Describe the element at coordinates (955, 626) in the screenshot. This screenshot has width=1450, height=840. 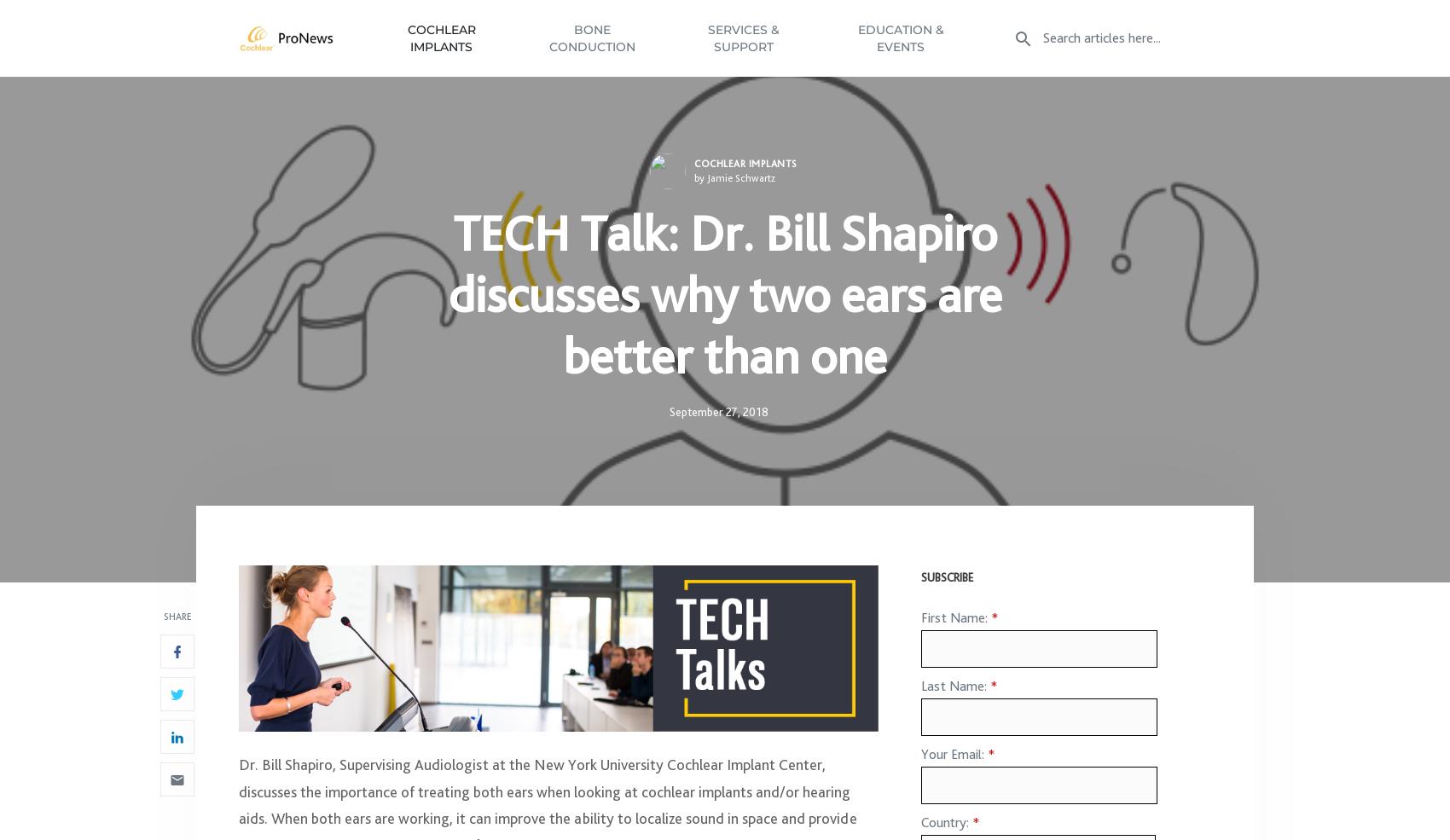
I see `'First Name:'` at that location.